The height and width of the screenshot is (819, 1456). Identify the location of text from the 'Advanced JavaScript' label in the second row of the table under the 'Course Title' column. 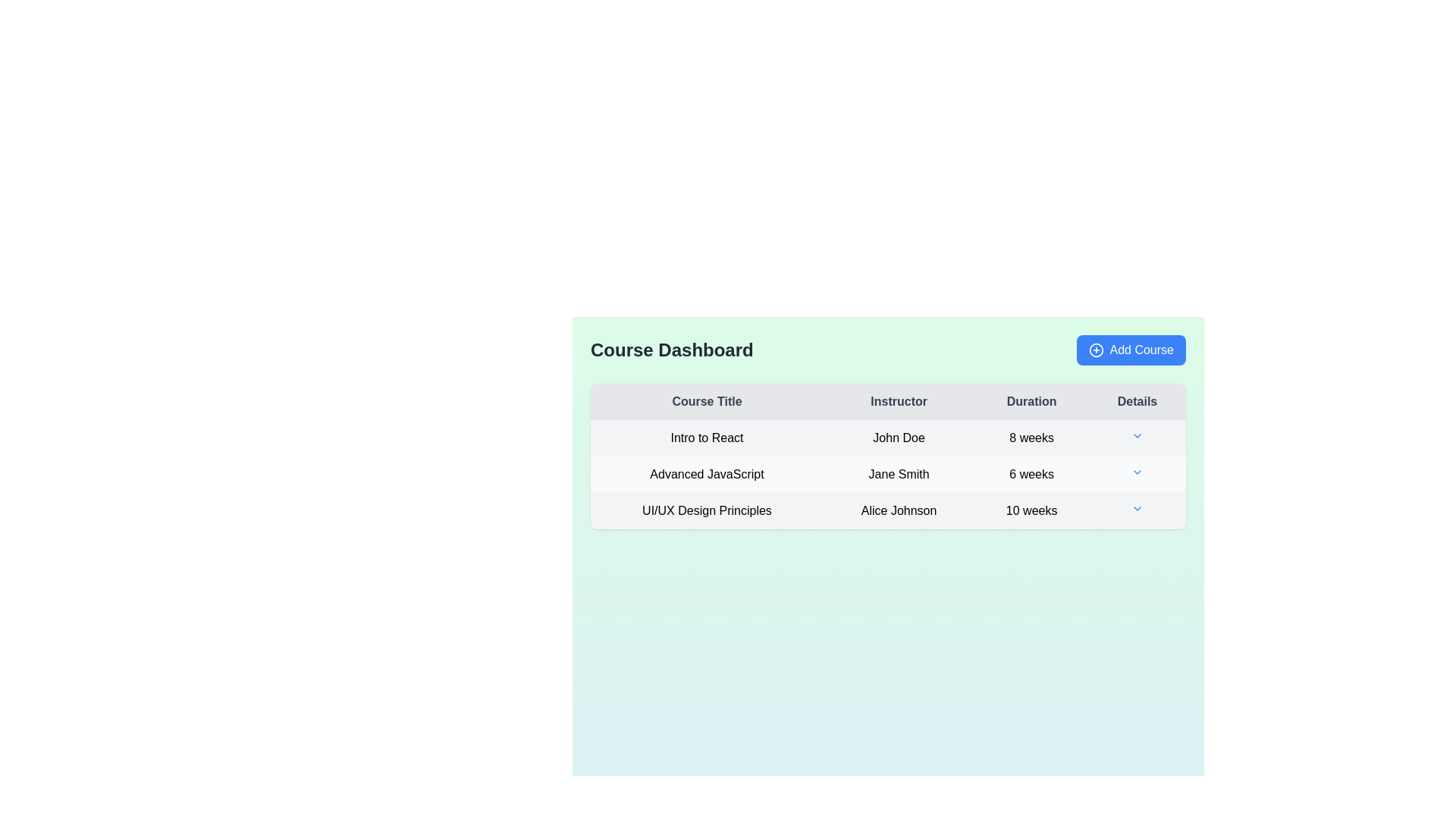
(706, 473).